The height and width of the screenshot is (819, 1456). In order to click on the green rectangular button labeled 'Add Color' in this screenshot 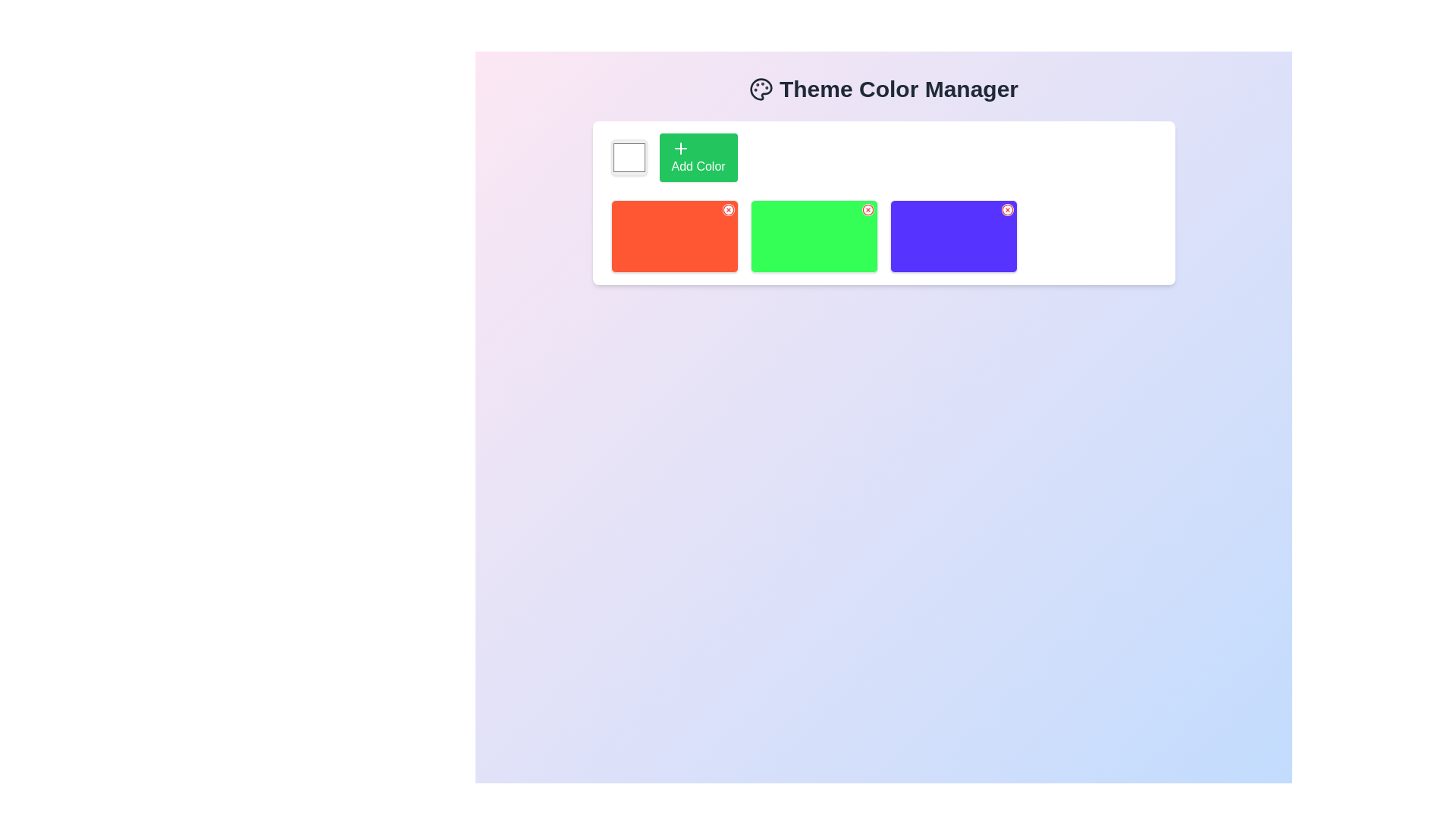, I will do `click(698, 158)`.